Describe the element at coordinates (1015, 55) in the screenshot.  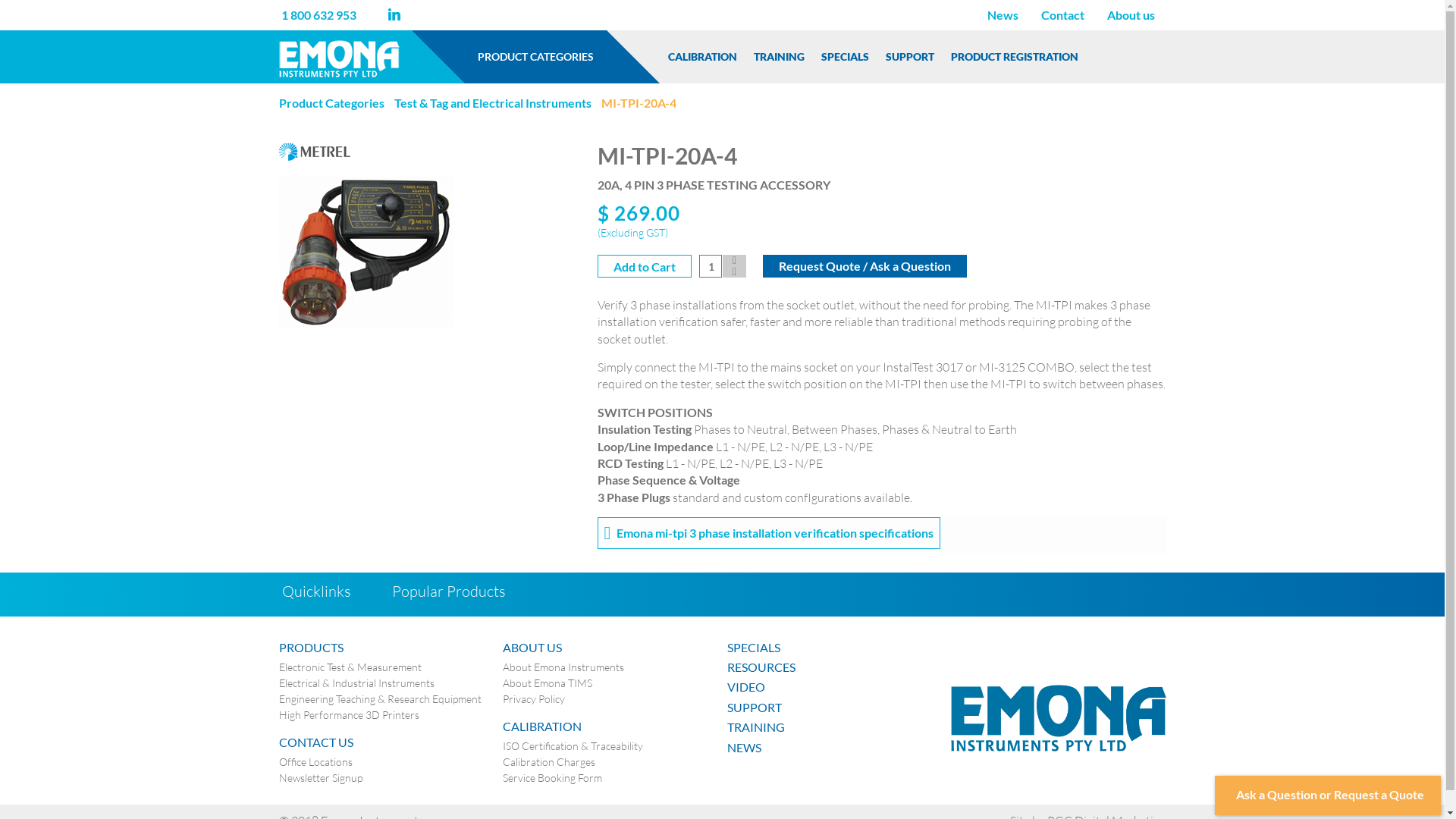
I see `'PRODUCT REGISTRATION'` at that location.